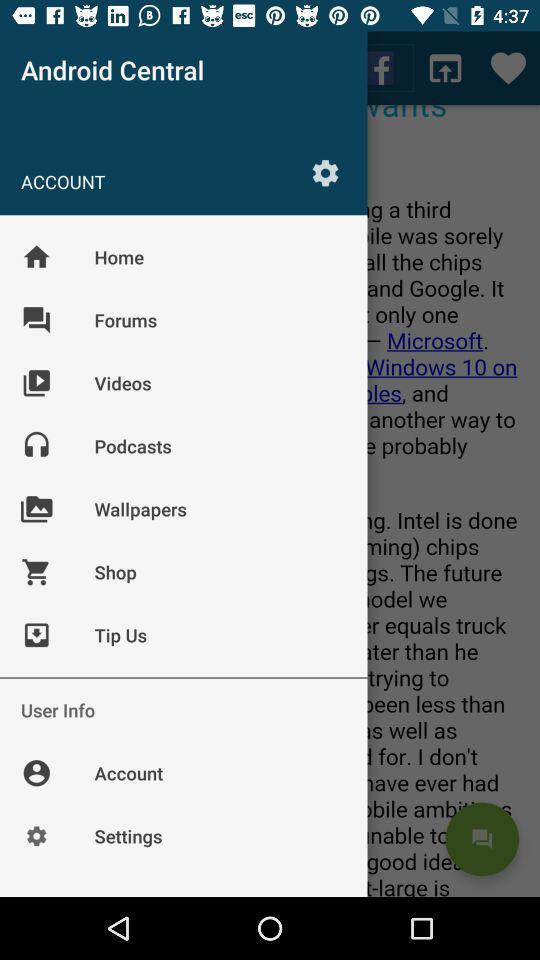 The image size is (540, 960). I want to click on the chat icon, so click(481, 839).